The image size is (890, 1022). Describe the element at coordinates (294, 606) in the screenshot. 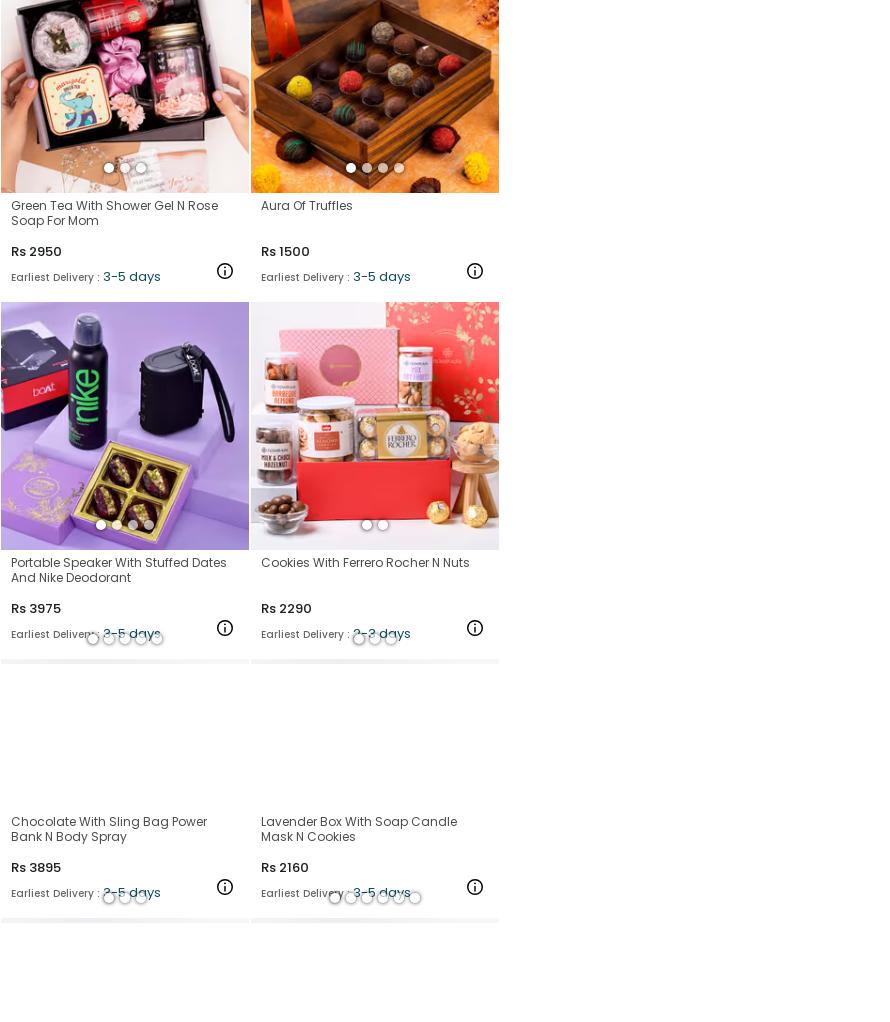

I see `'2290'` at that location.